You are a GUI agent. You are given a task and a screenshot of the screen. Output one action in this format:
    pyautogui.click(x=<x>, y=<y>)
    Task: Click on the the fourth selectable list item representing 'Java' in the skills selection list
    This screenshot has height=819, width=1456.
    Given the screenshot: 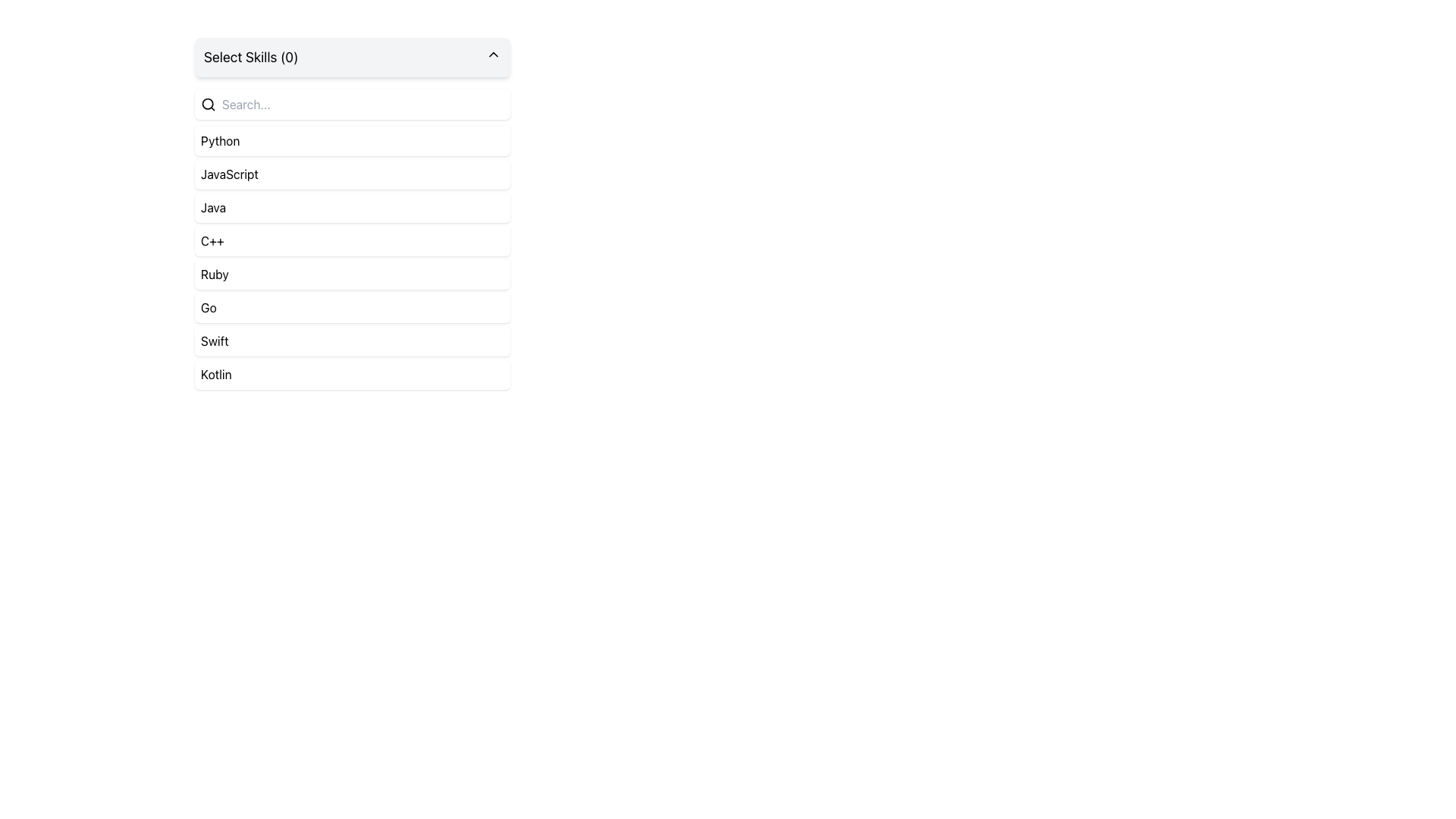 What is the action you would take?
    pyautogui.click(x=352, y=213)
    